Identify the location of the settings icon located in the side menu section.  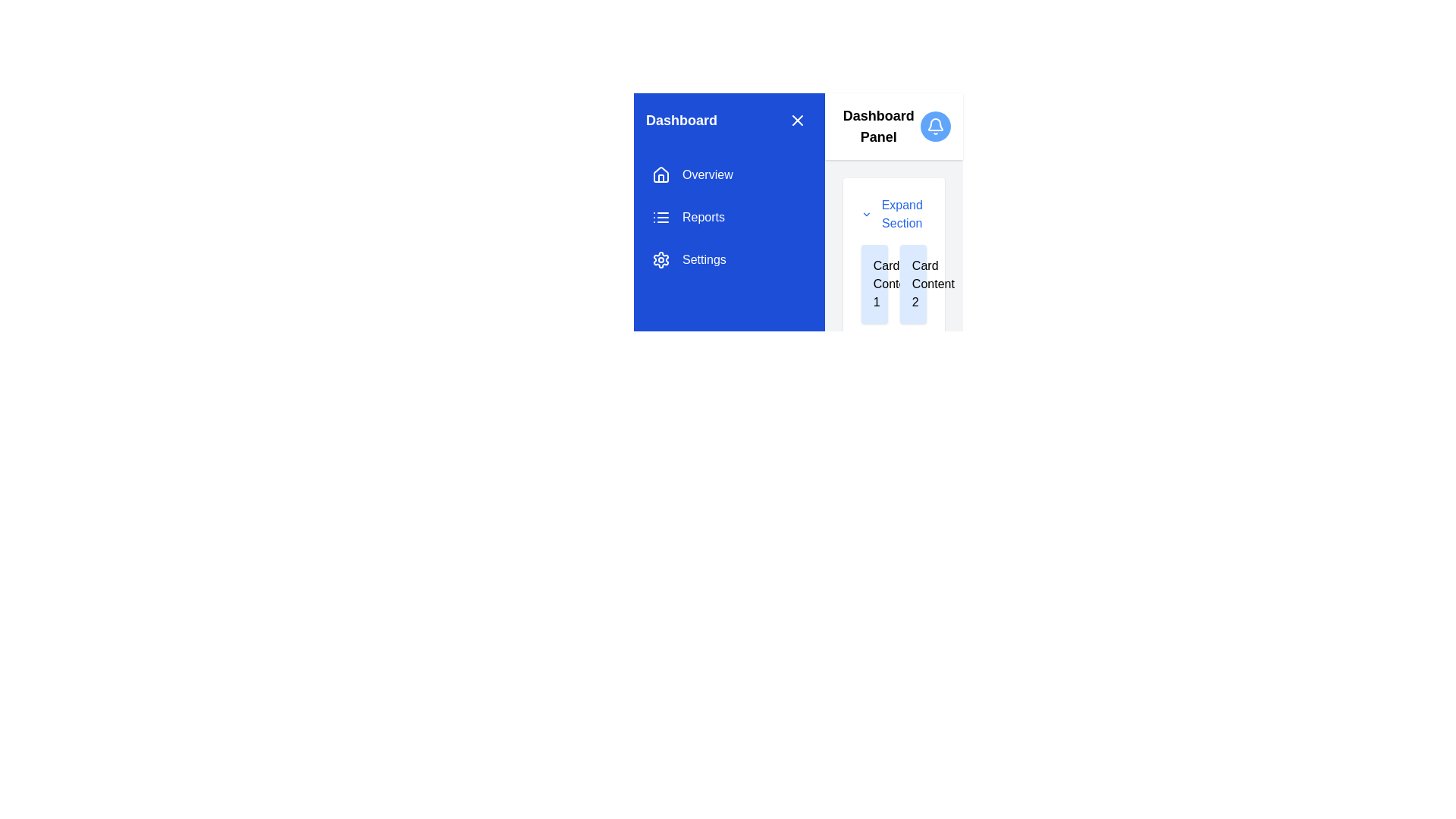
(661, 259).